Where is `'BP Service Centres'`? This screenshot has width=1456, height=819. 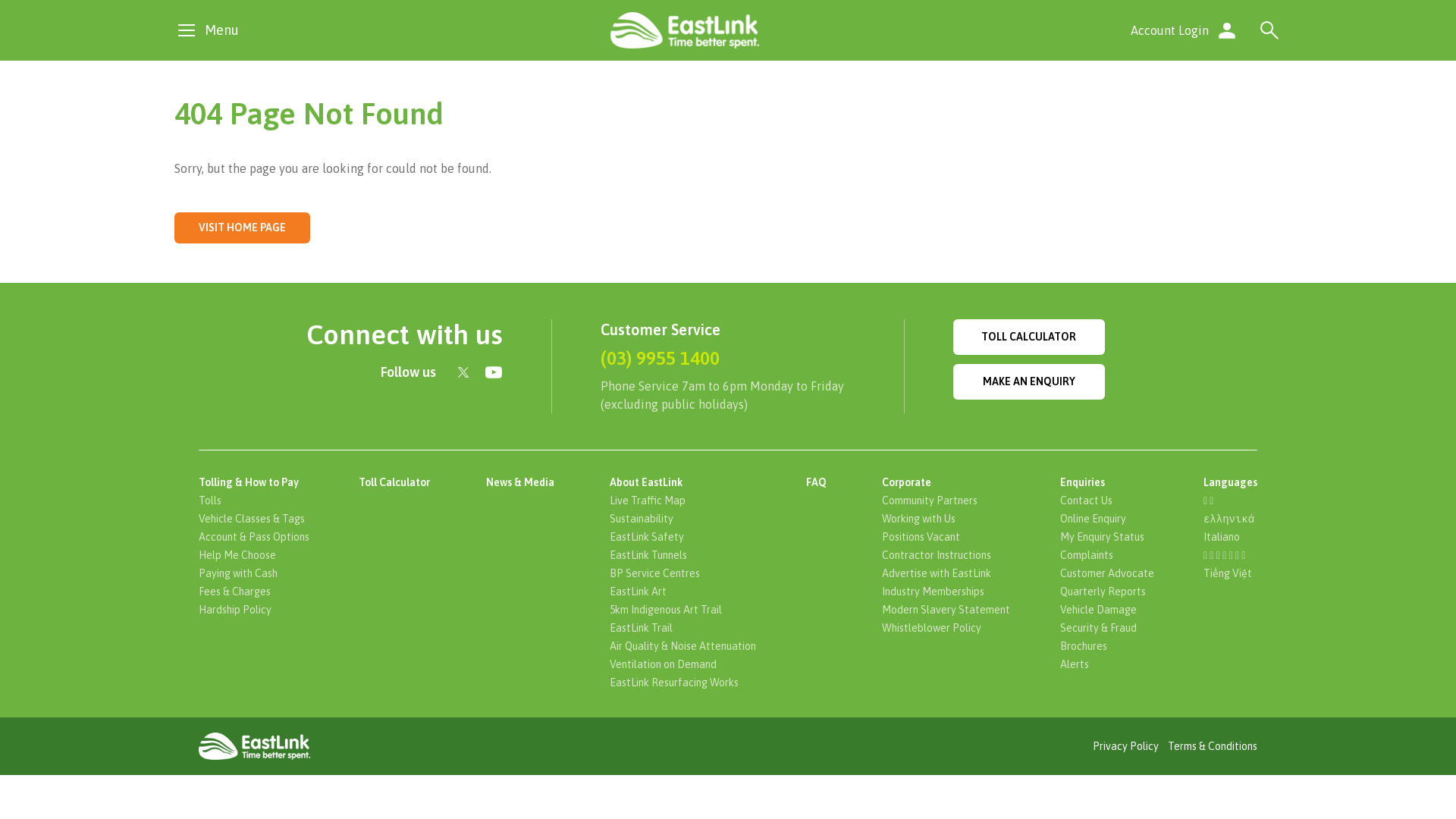
'BP Service Centres' is located at coordinates (661, 573).